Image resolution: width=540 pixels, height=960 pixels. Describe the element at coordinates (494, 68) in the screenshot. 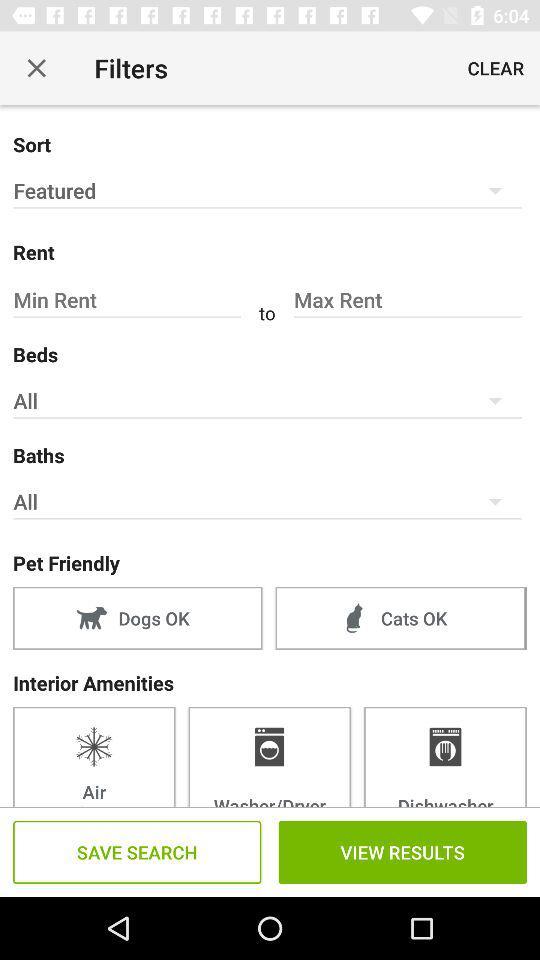

I see `the option clear which is on the top right corner of the page` at that location.